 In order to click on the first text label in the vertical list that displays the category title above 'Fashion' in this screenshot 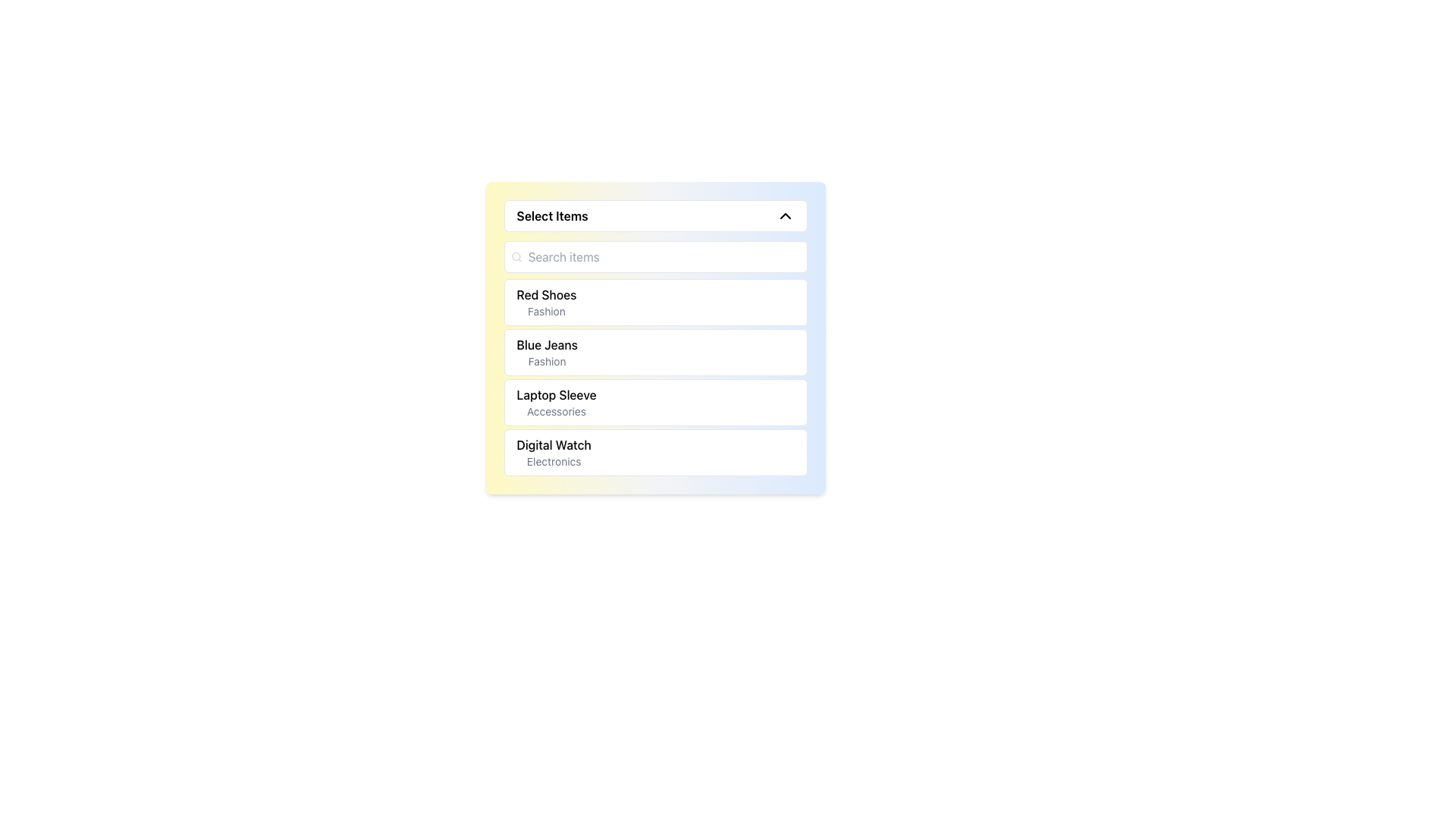, I will do `click(546, 295)`.